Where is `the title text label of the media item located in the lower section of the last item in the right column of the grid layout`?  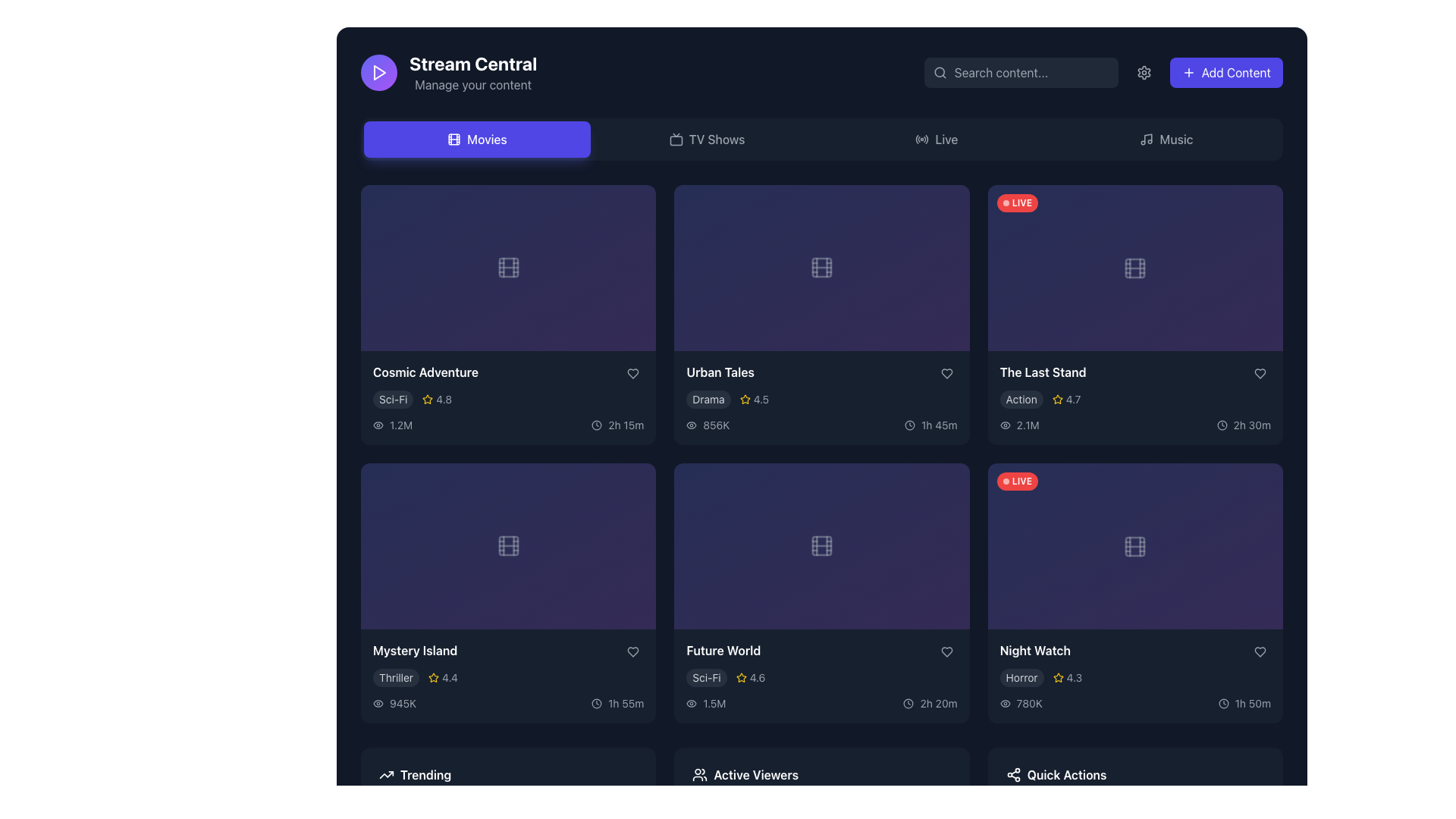
the title text label of the media item located in the lower section of the last item in the right column of the grid layout is located at coordinates (1034, 649).